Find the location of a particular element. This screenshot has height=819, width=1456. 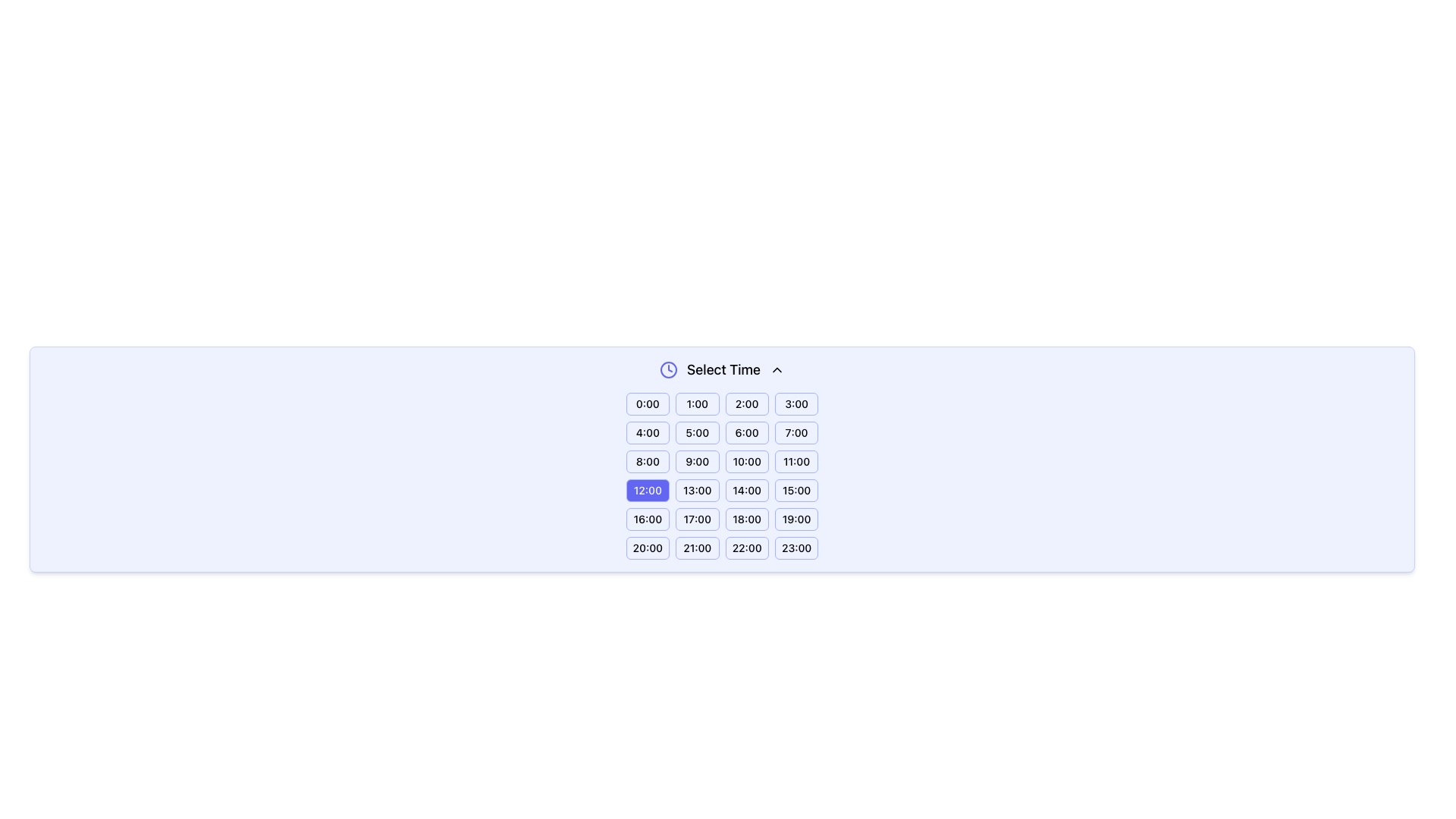

the time selection button labeled '16:00', which is located in the fifth row, first column of the grid layout, beneath the '15:00' button and to the left of the '17:00' button is located at coordinates (648, 519).